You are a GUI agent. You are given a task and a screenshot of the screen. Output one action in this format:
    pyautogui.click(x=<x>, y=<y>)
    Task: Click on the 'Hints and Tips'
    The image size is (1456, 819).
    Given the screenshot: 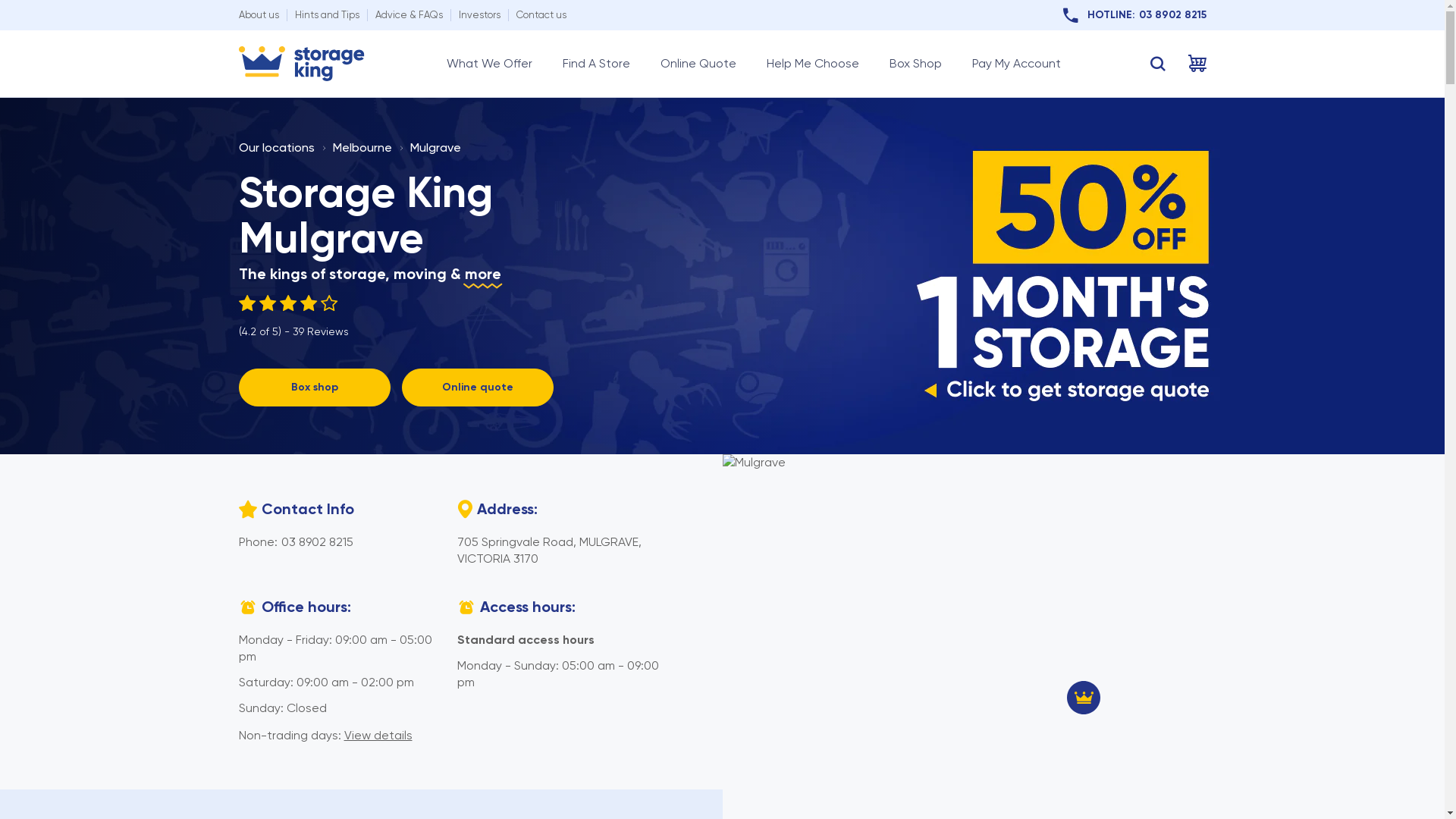 What is the action you would take?
    pyautogui.click(x=325, y=14)
    